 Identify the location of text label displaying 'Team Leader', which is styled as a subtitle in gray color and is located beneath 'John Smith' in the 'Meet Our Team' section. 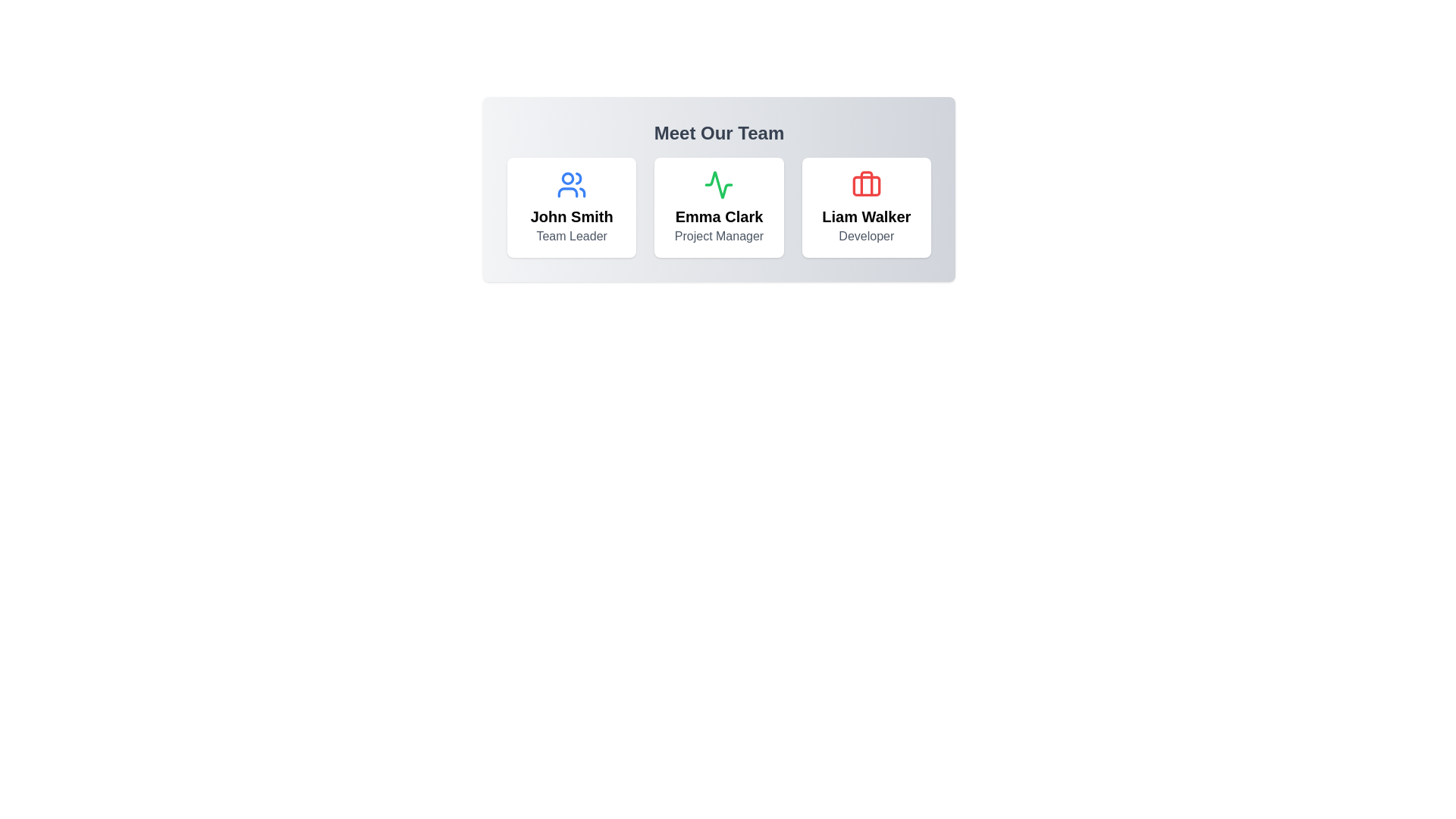
(571, 237).